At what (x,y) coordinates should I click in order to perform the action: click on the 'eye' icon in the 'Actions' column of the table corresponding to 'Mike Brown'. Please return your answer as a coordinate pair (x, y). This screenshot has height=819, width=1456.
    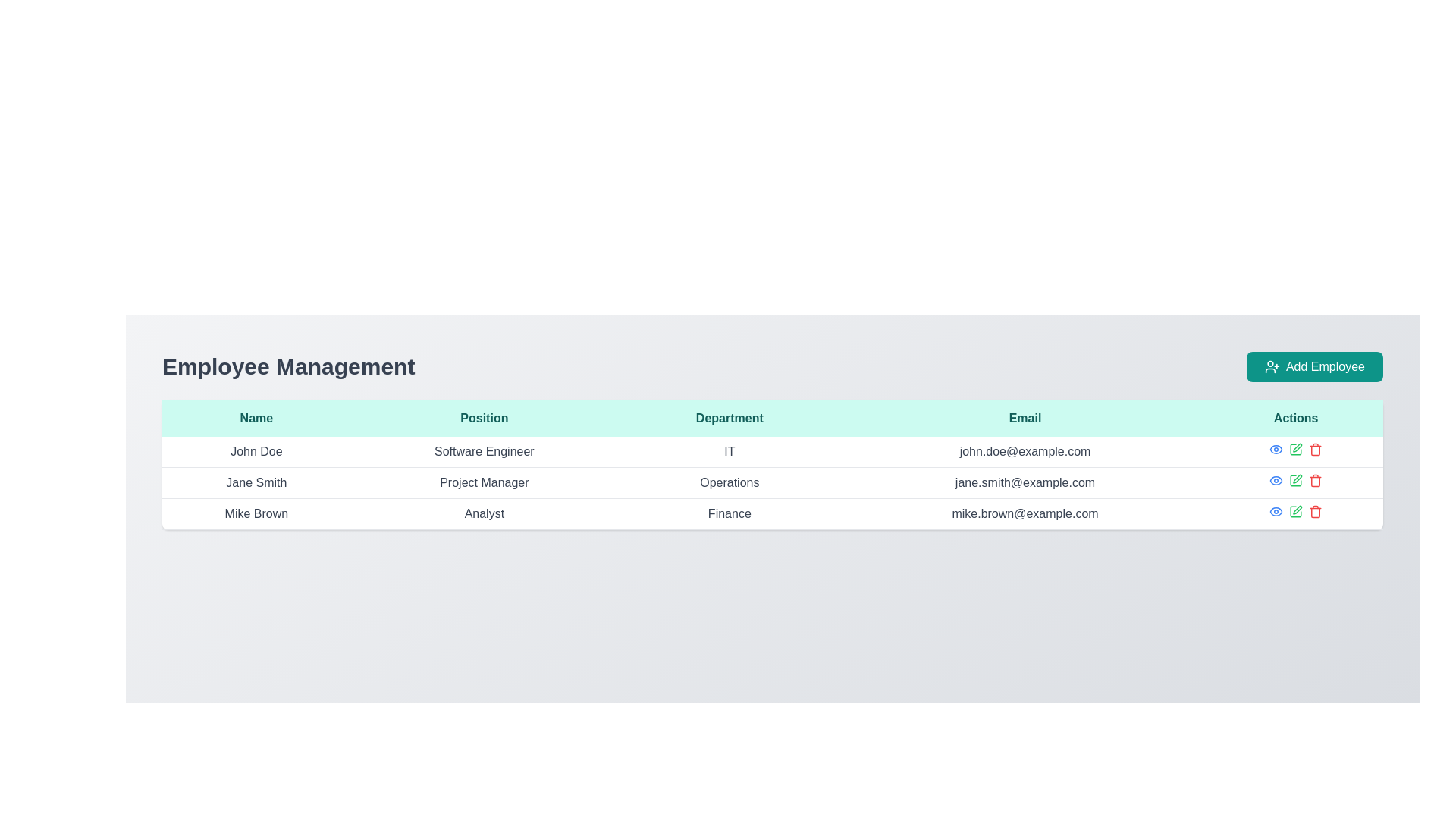
    Looking at the image, I should click on (1276, 480).